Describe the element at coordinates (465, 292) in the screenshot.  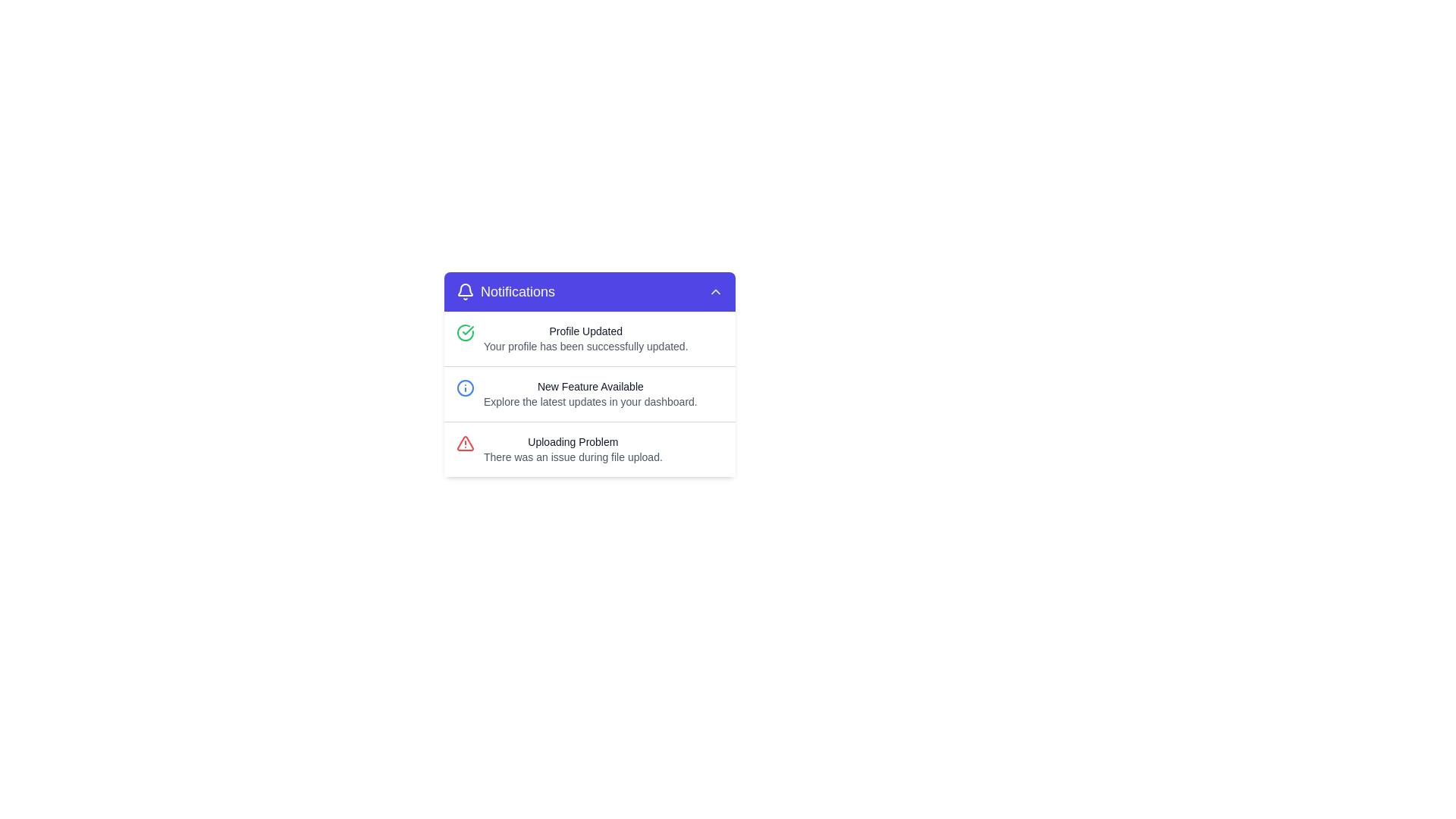
I see `the stylized white bell icon on the purple background located at the leftmost end of the header section labeled 'Notifications'` at that location.